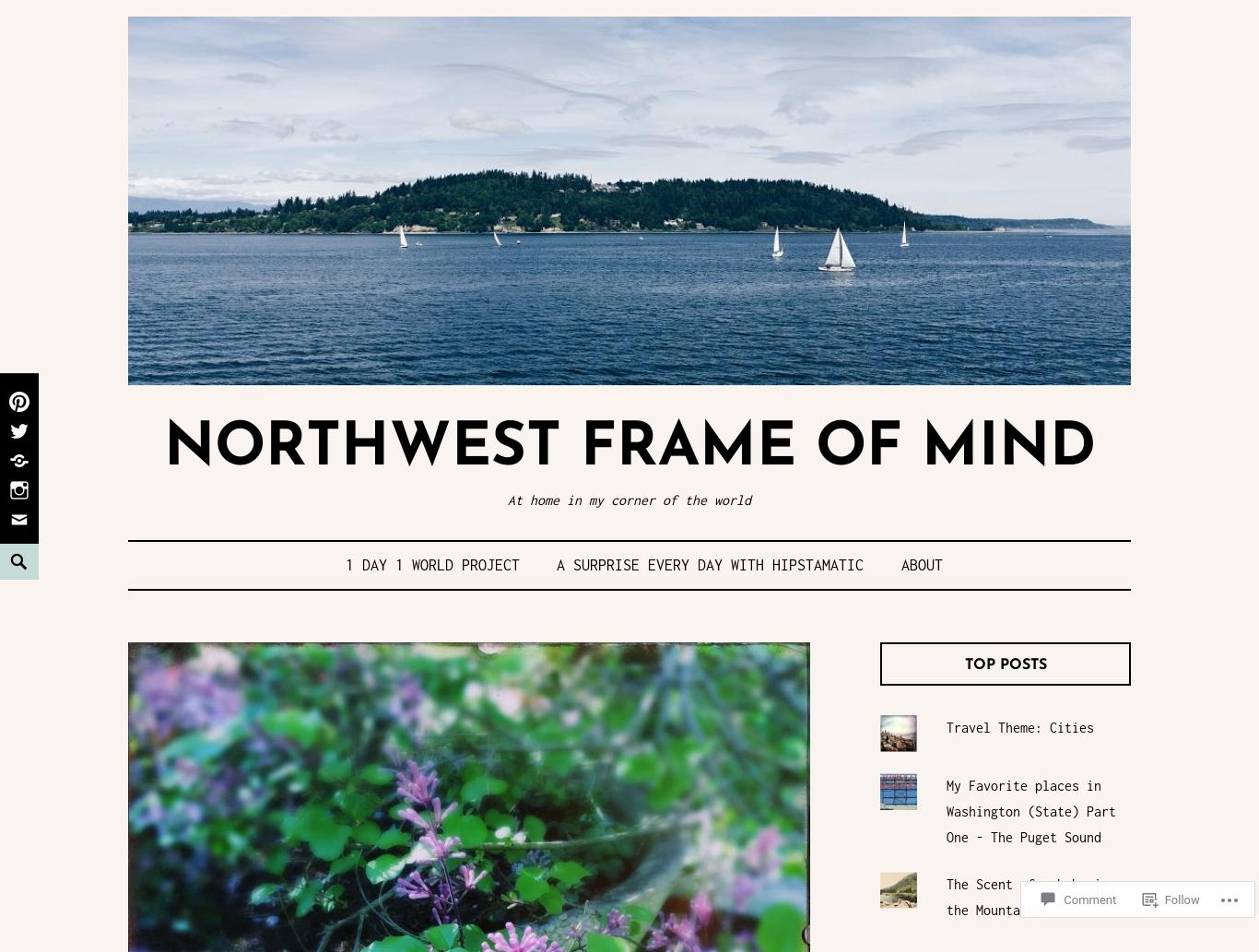 The width and height of the screenshot is (1259, 952). Describe the element at coordinates (1065, 895) in the screenshot. I see `'Comment'` at that location.